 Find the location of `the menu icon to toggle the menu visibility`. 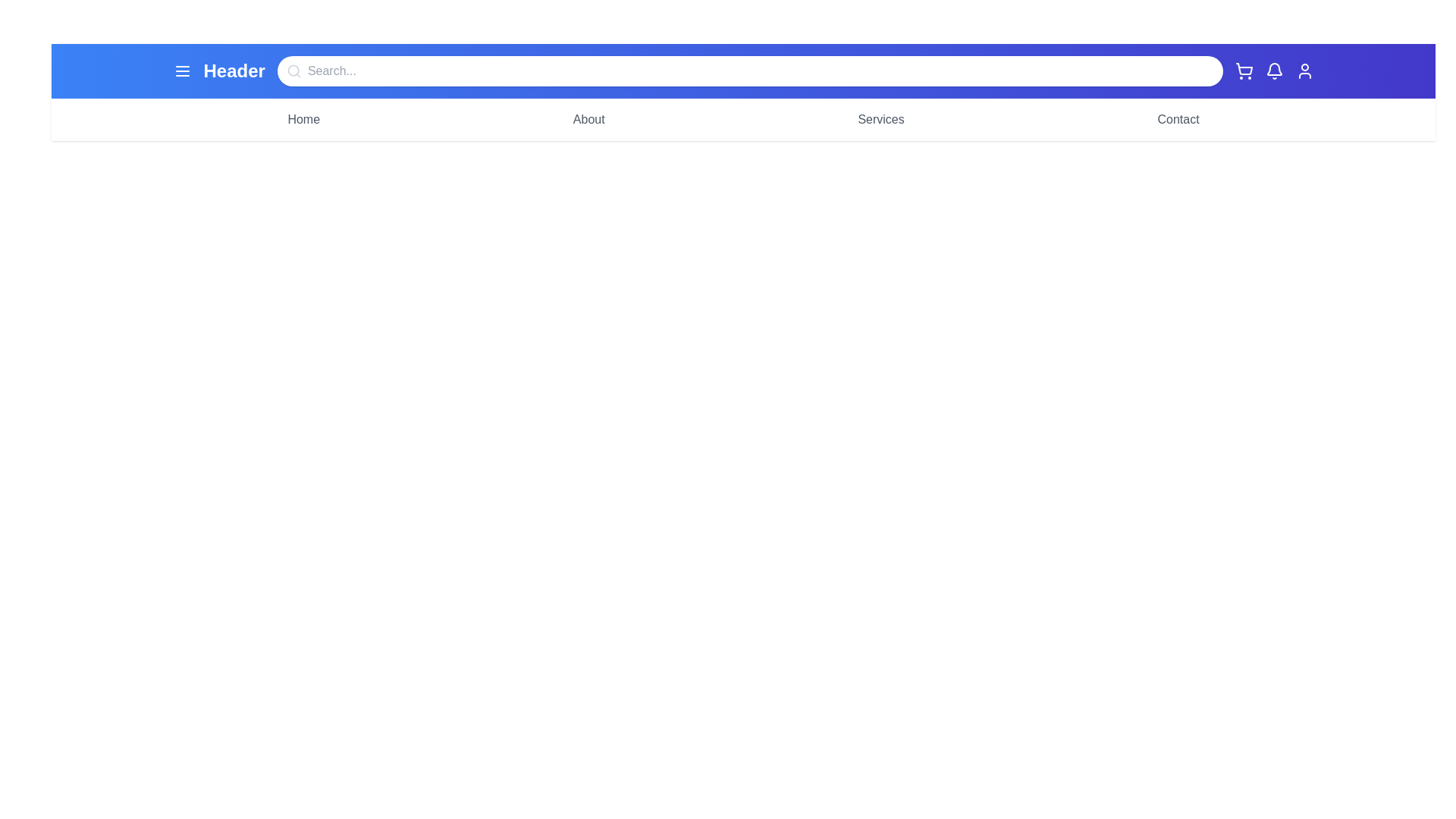

the menu icon to toggle the menu visibility is located at coordinates (182, 71).